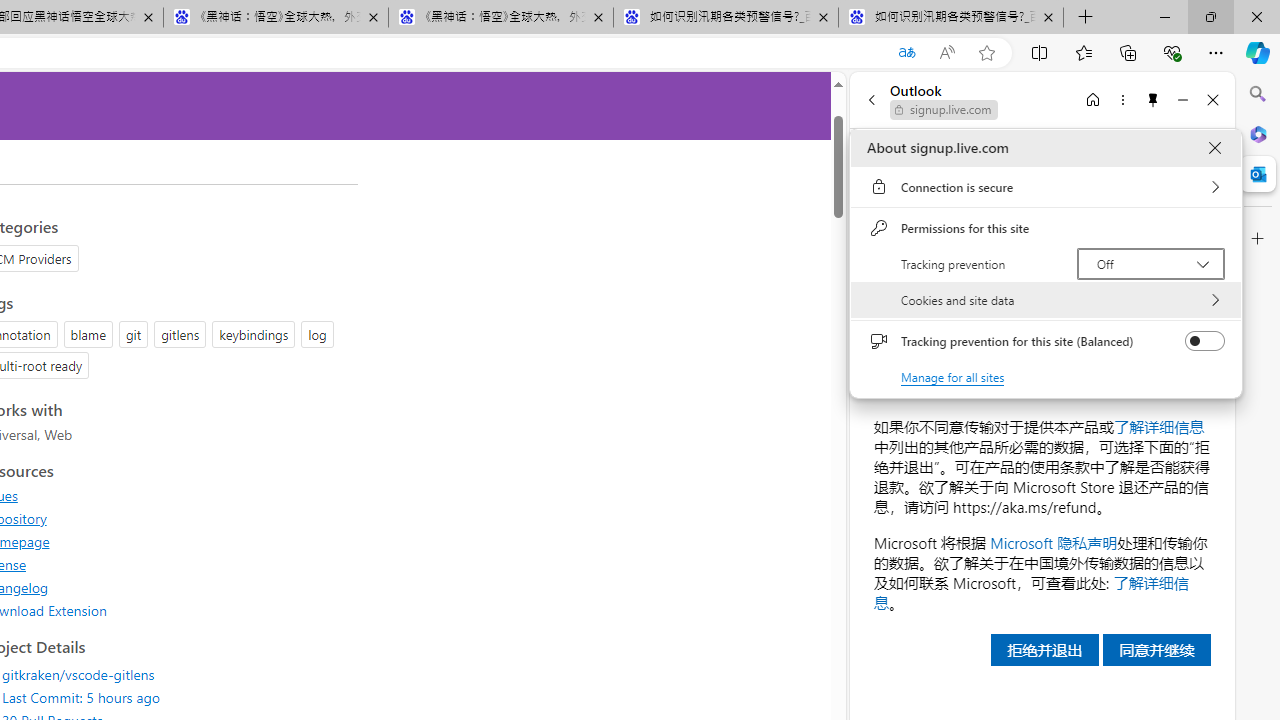  What do you see at coordinates (1045, 300) in the screenshot?
I see `'Cookies and site data'` at bounding box center [1045, 300].